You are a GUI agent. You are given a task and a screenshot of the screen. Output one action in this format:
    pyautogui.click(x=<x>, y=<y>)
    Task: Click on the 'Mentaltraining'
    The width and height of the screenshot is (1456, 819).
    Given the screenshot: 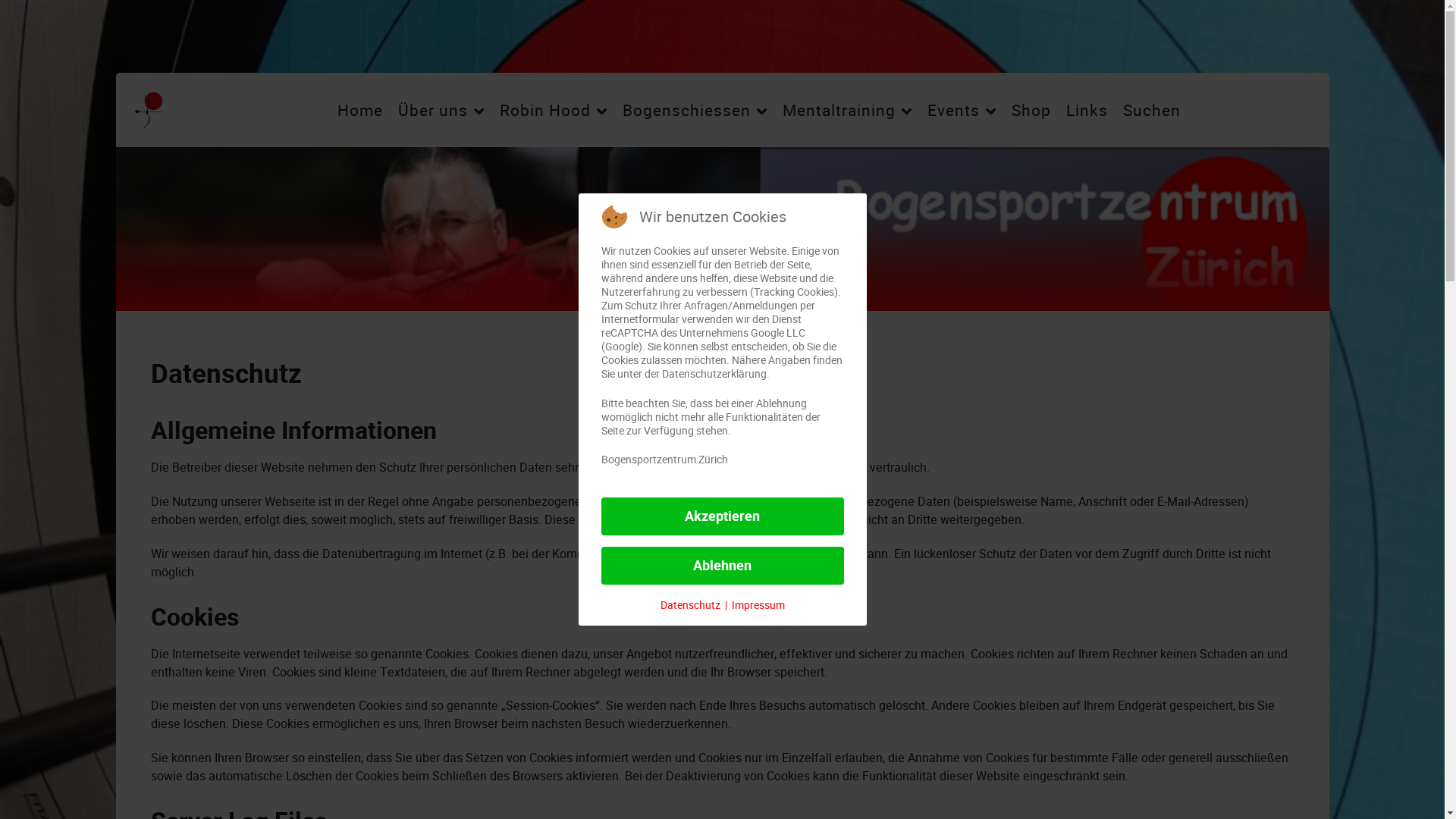 What is the action you would take?
    pyautogui.click(x=846, y=109)
    